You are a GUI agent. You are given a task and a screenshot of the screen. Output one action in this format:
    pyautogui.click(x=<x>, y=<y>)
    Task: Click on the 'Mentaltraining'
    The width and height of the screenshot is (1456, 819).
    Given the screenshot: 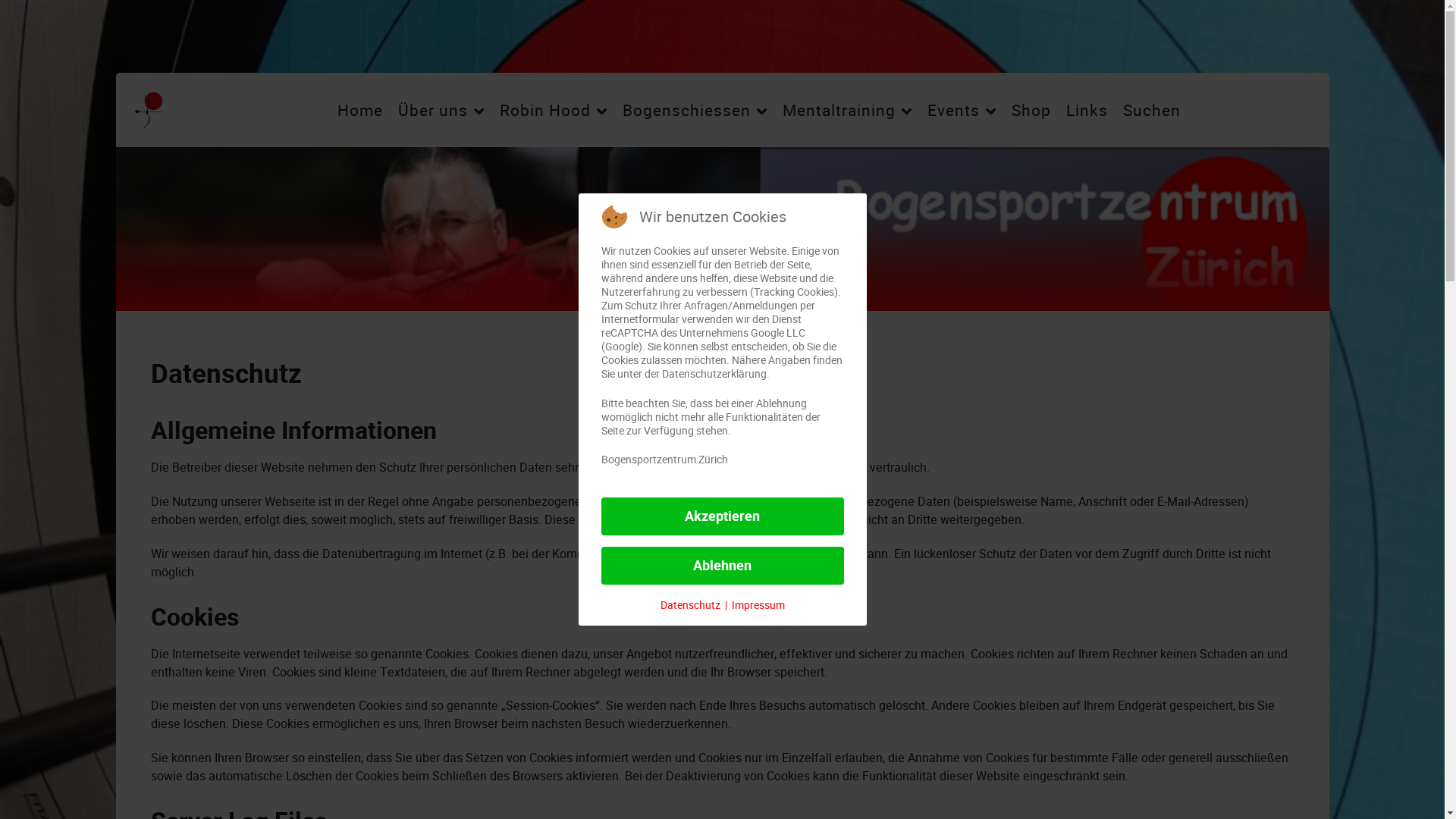 What is the action you would take?
    pyautogui.click(x=846, y=109)
    